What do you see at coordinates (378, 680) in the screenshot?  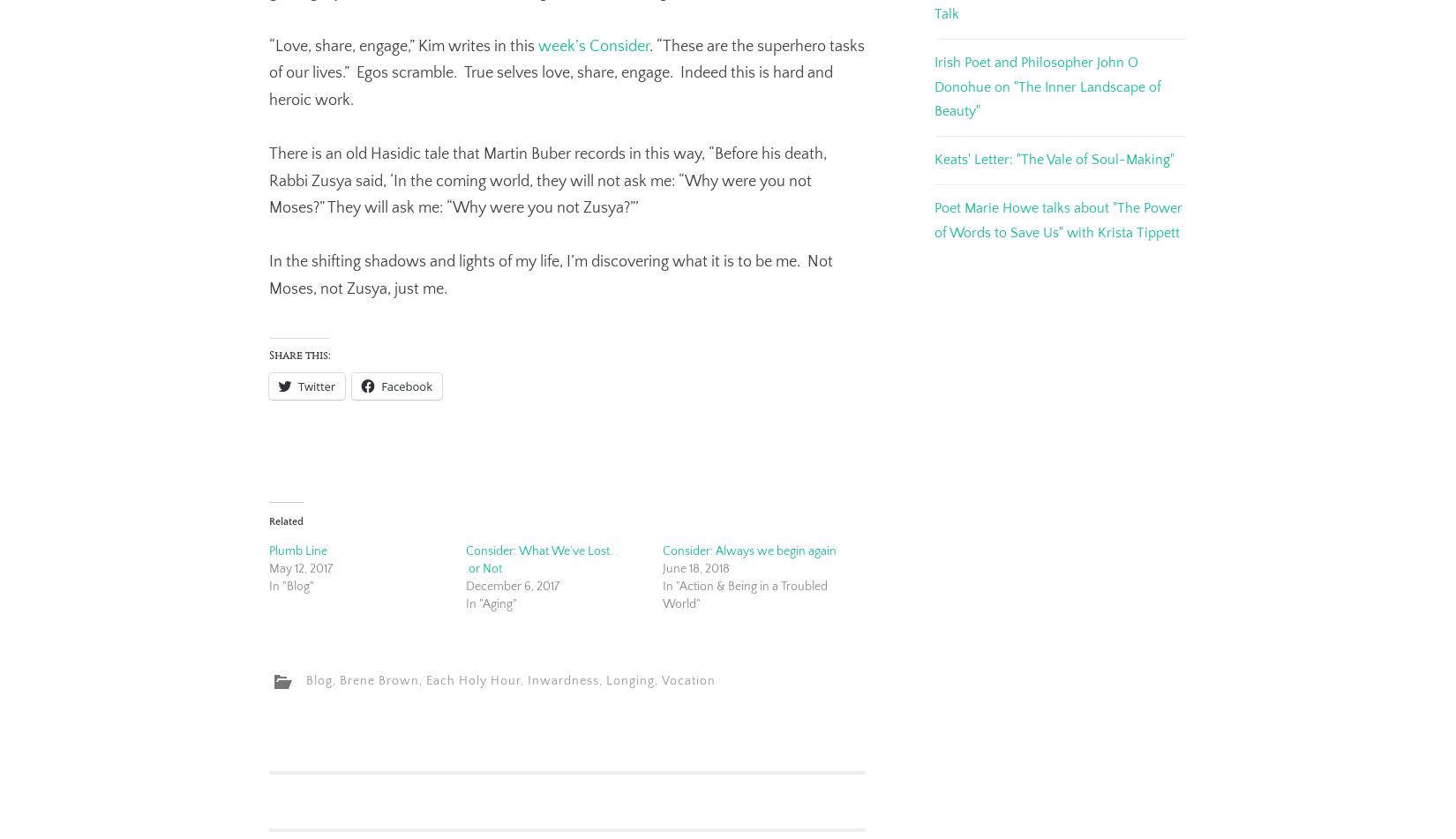 I see `'Brene Brown'` at bounding box center [378, 680].